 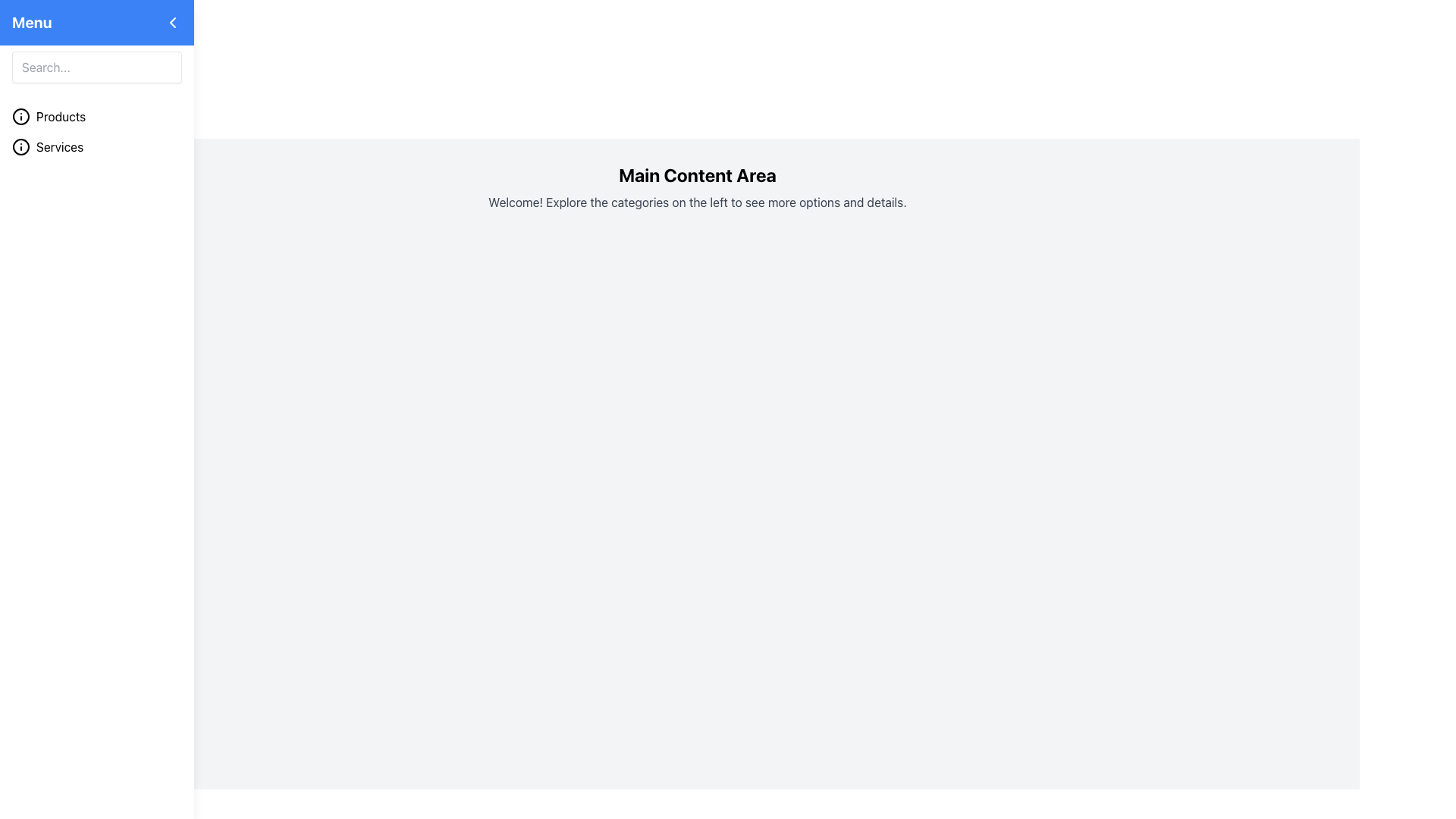 I want to click on the Text Label that serves as a title or heading for the navigation menu, positioned at the top of the sidebar, so click(x=32, y=23).